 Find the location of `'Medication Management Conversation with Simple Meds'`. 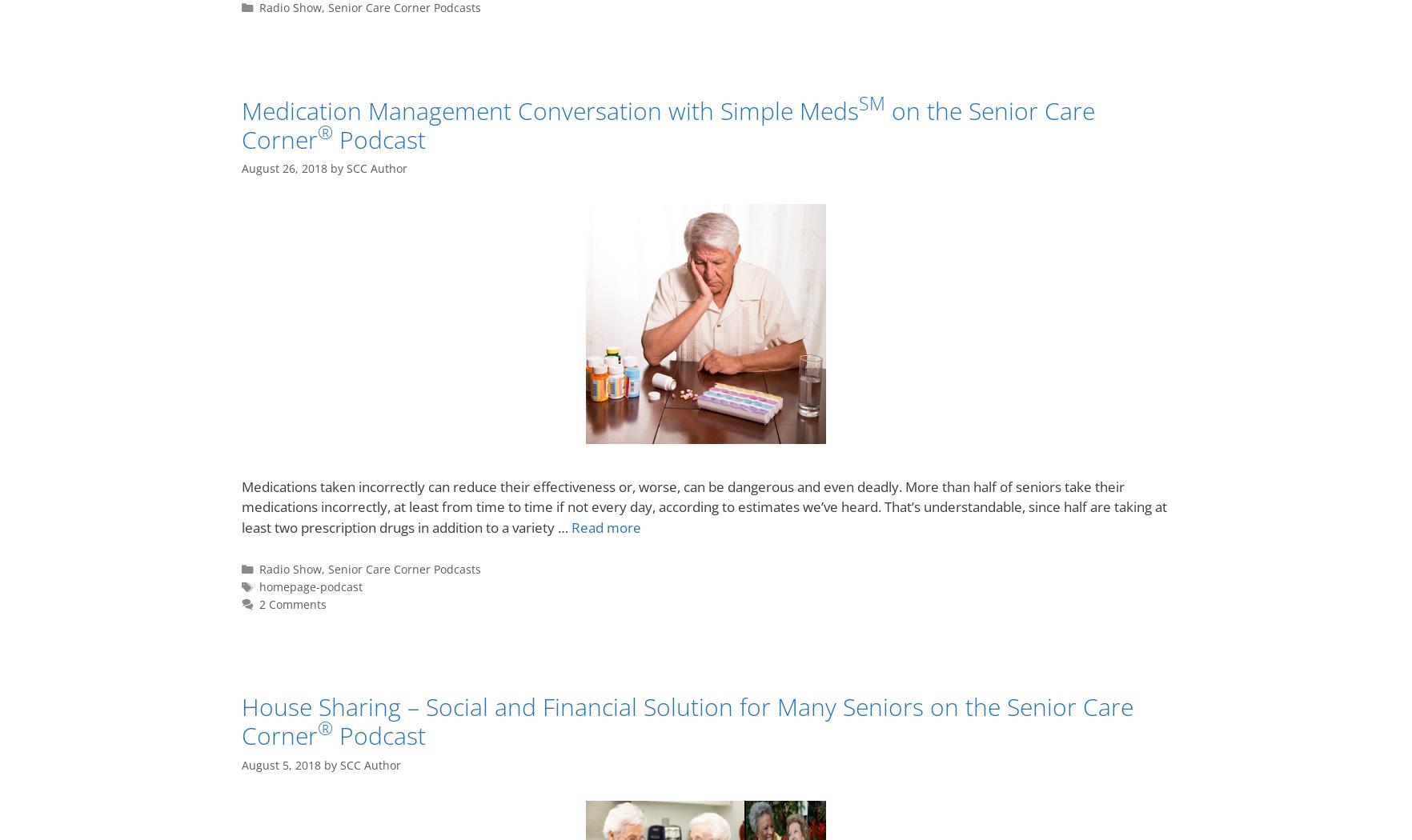

'Medication Management Conversation with Simple Meds' is located at coordinates (550, 109).